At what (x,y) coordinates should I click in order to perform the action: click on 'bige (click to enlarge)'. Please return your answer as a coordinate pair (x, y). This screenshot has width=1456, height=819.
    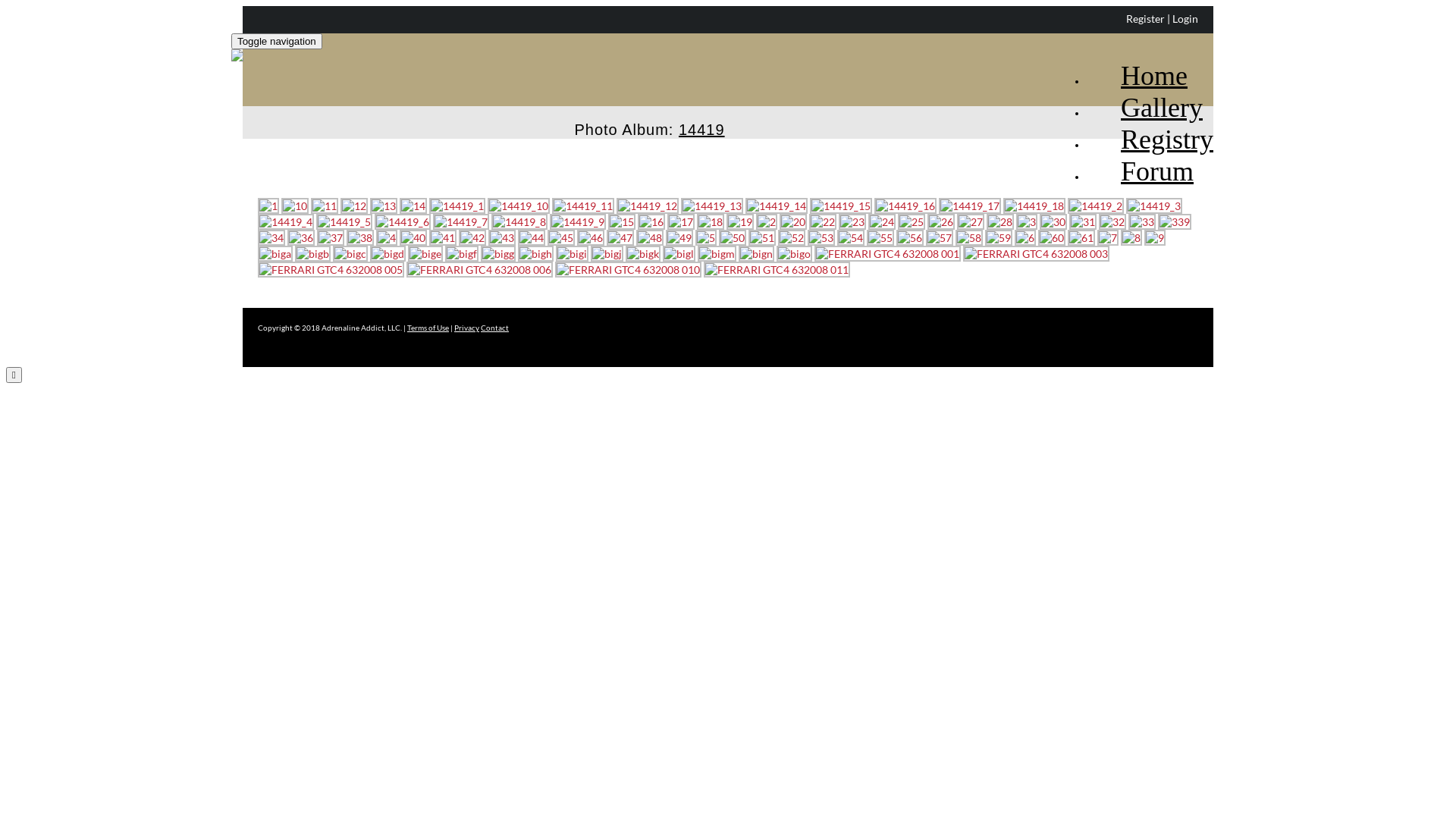
    Looking at the image, I should click on (425, 253).